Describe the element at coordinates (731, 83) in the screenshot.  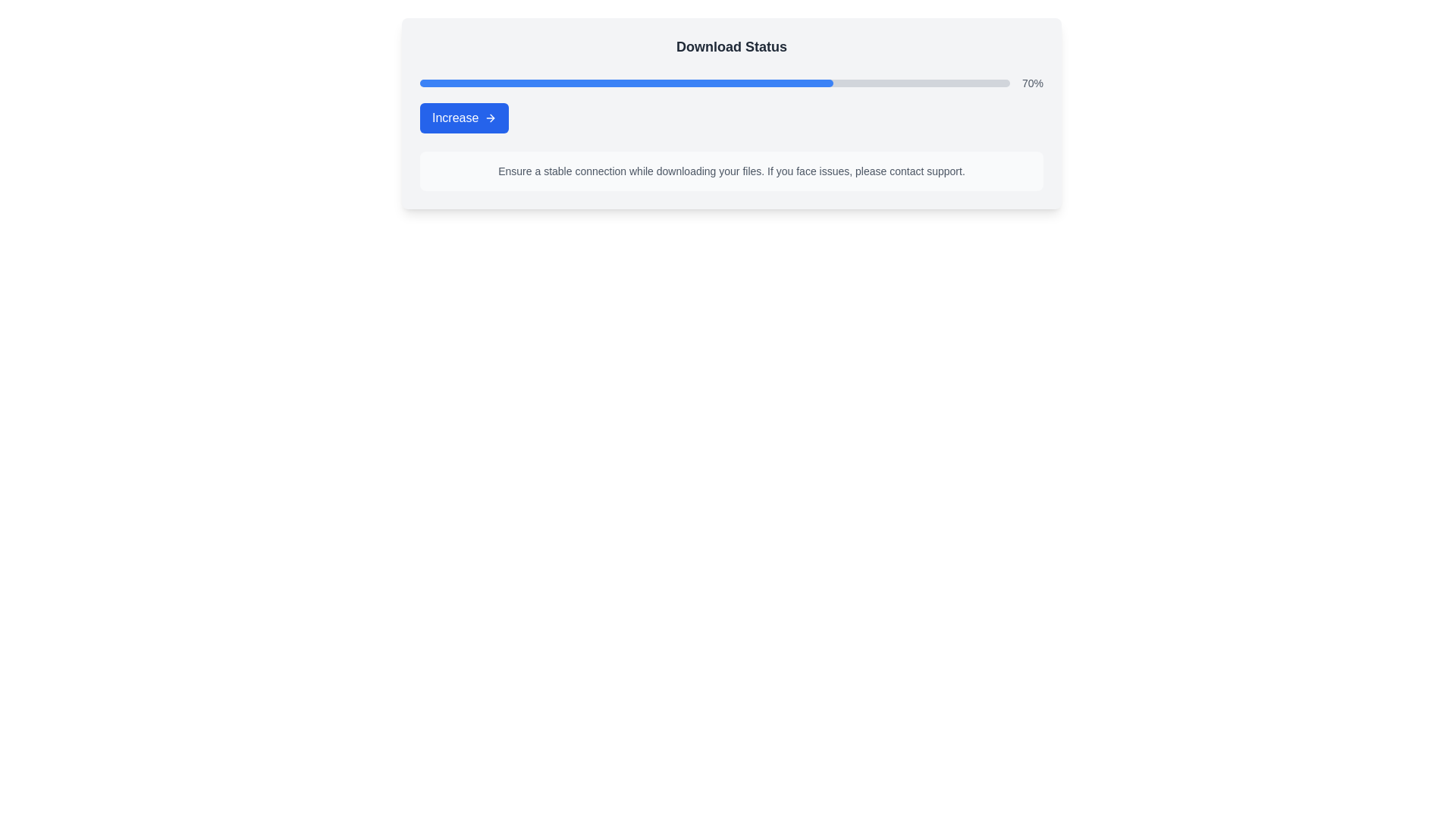
I see `the progress bar indicating 70% completion to observe details` at that location.